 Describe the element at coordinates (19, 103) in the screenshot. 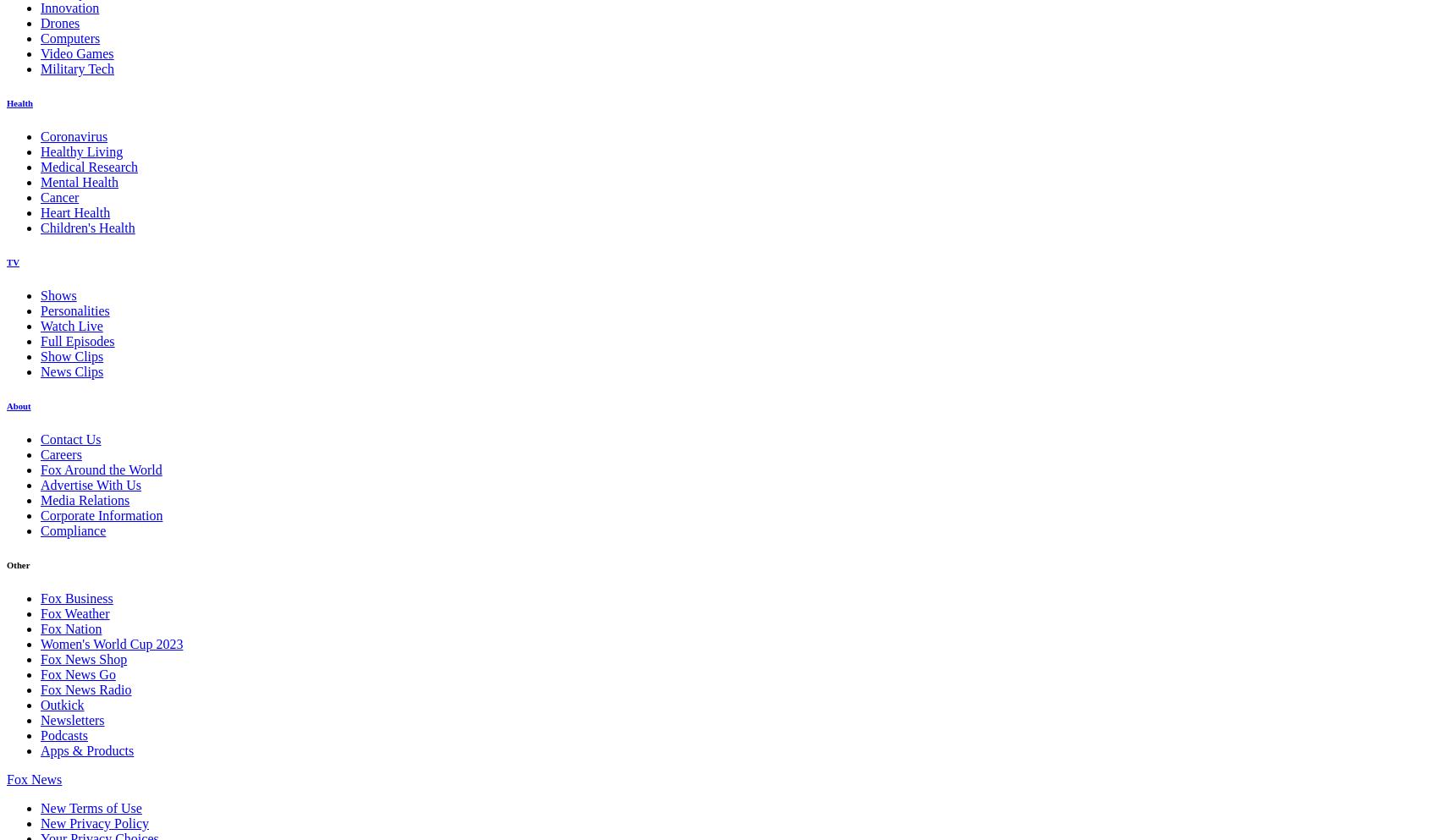

I see `'Health'` at that location.